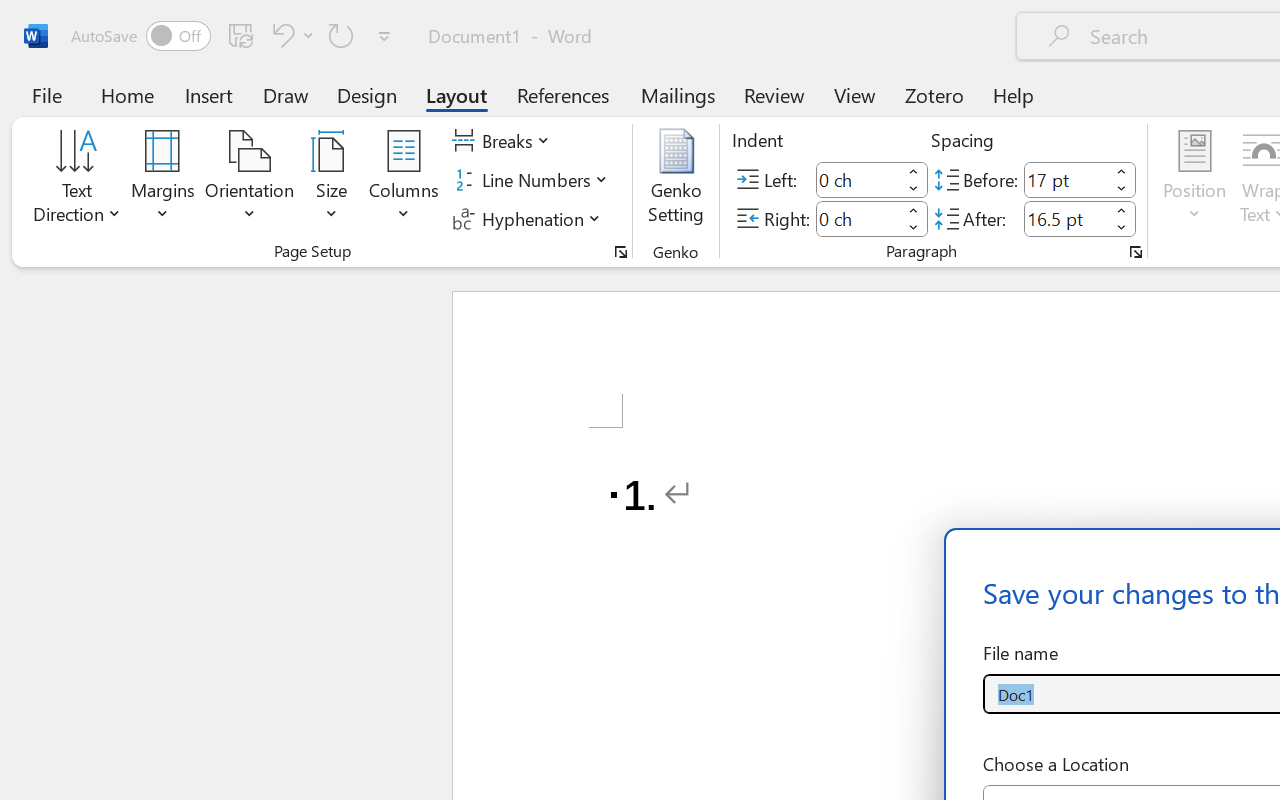 This screenshot has width=1280, height=800. Describe the element at coordinates (249, 179) in the screenshot. I see `'Orientation'` at that location.